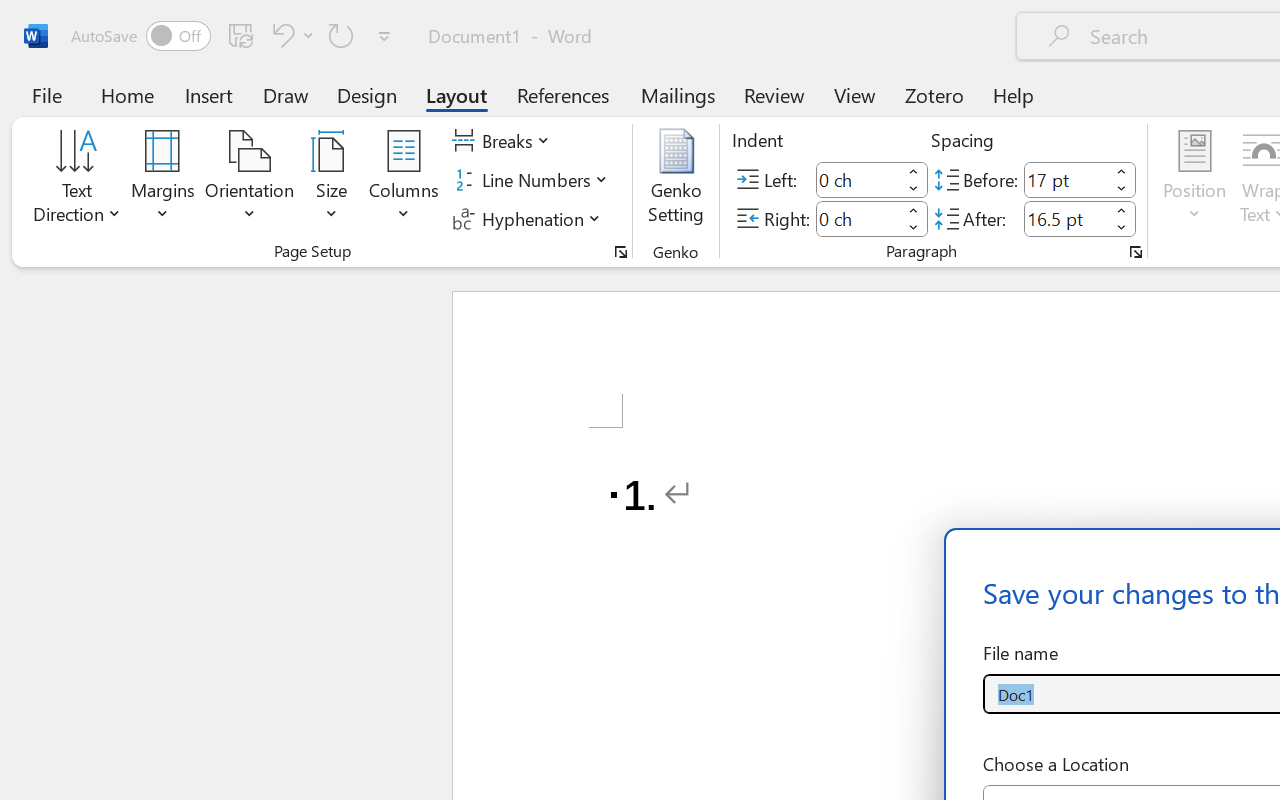 This screenshot has width=1280, height=800. Describe the element at coordinates (249, 179) in the screenshot. I see `'Orientation'` at that location.